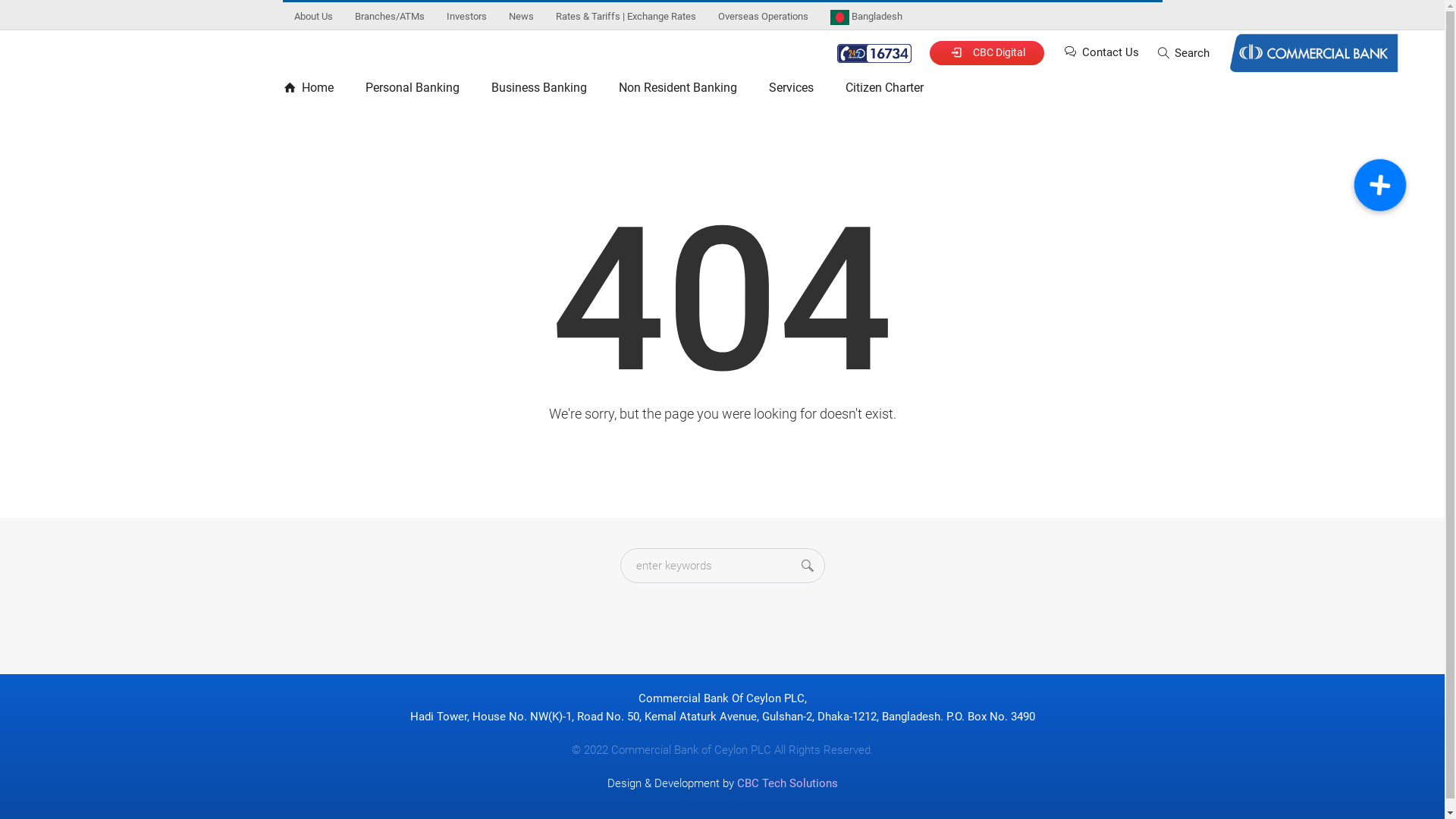  I want to click on 'CBC Tech Solutions', so click(787, 783).